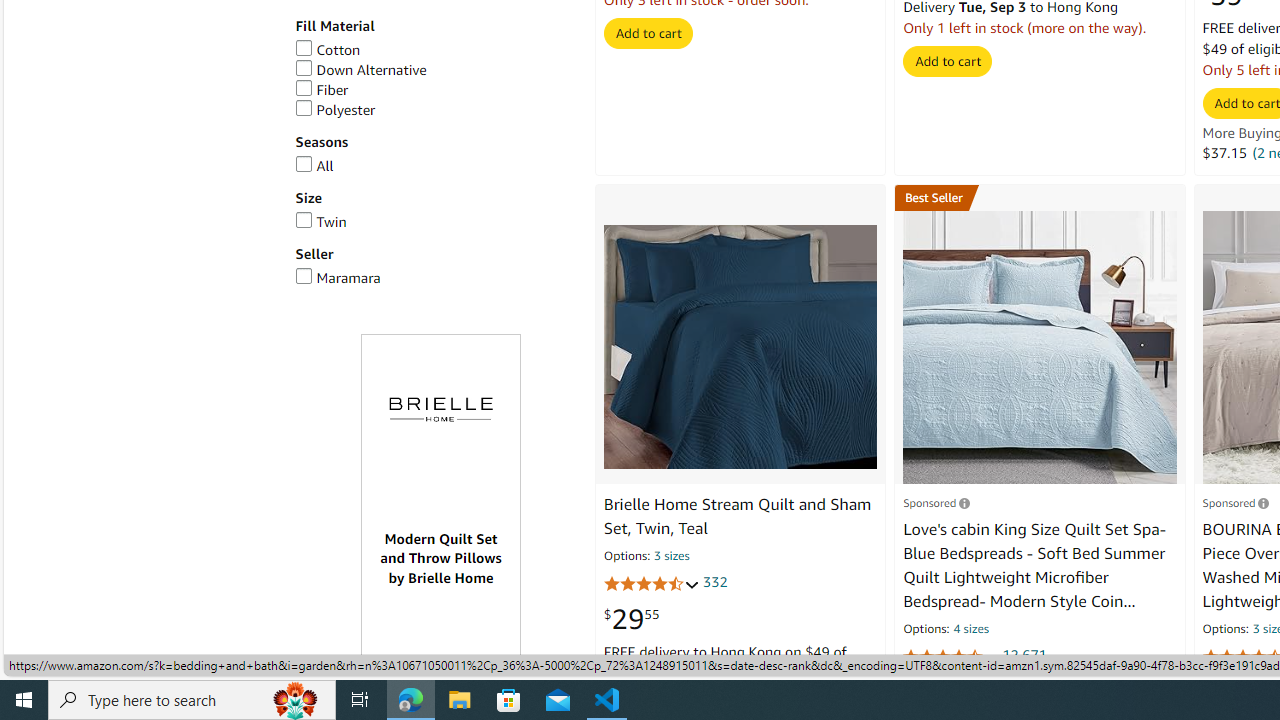 This screenshot has height=720, width=1280. What do you see at coordinates (327, 49) in the screenshot?
I see `'Cotton'` at bounding box center [327, 49].